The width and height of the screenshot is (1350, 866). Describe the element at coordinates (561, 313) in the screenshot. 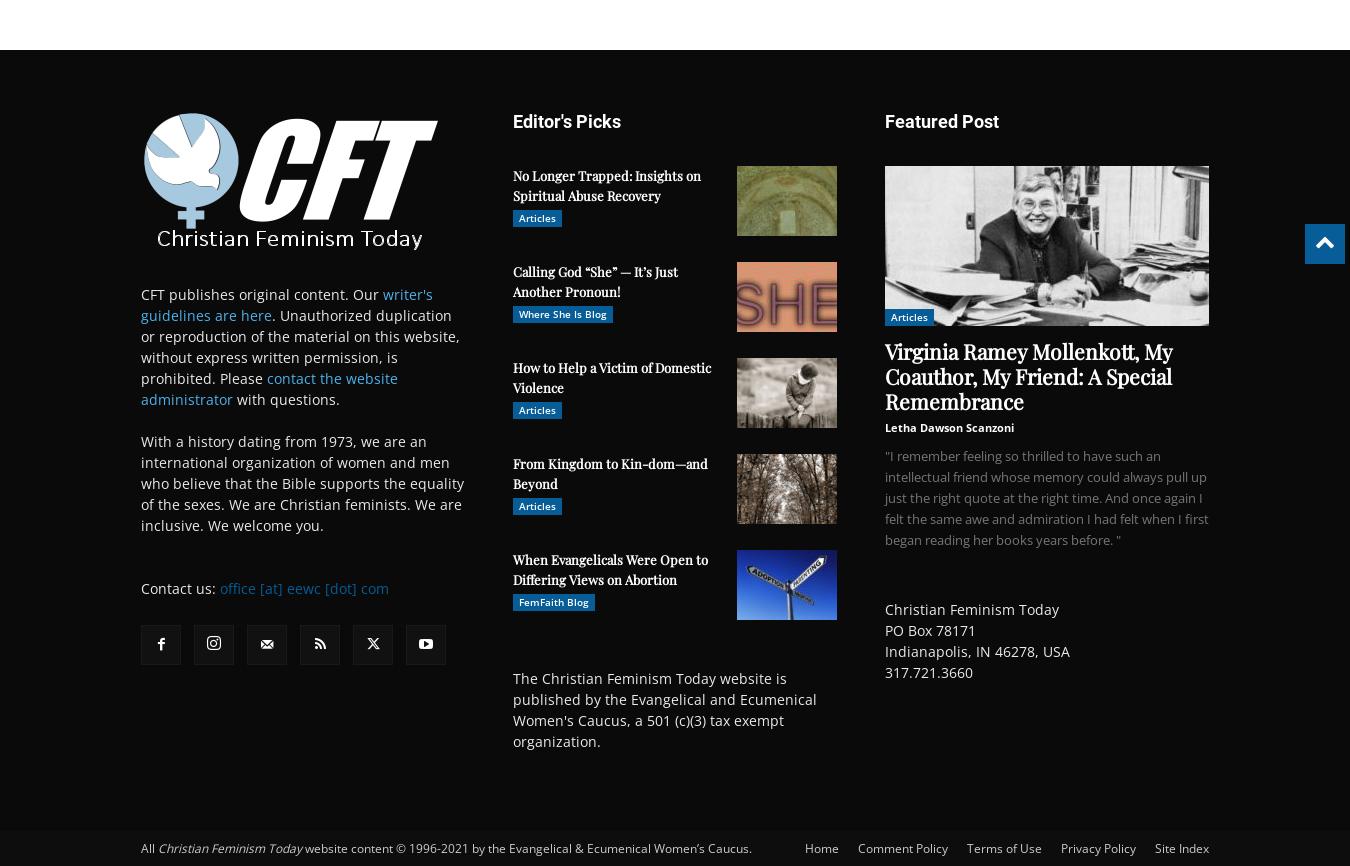

I see `'Where She Is Blog'` at that location.